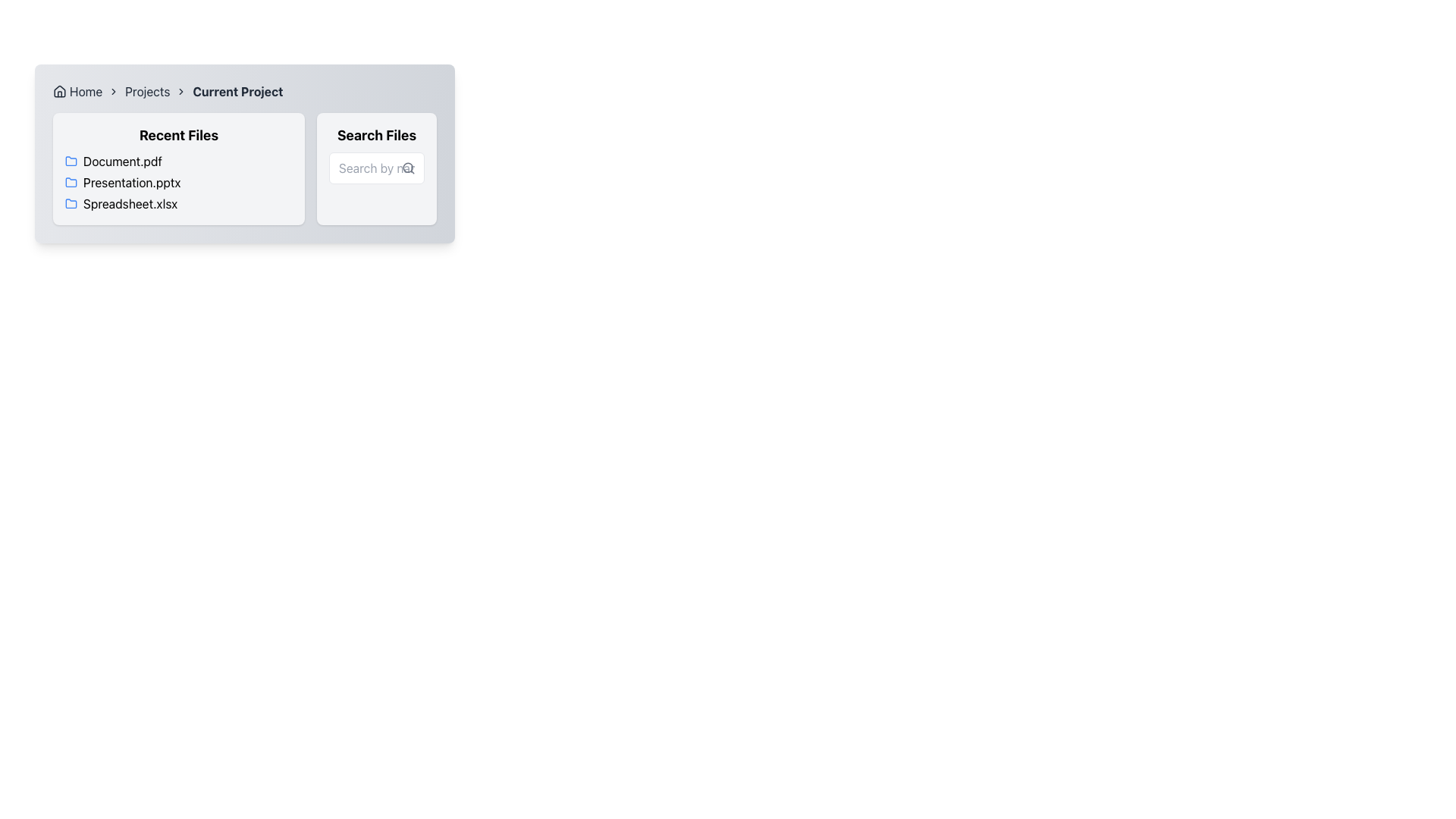 The height and width of the screenshot is (819, 1456). Describe the element at coordinates (377, 134) in the screenshot. I see `the text label 'Search Files', which is located above the search input field and positioned to the right of the 'Recent Files' section` at that location.